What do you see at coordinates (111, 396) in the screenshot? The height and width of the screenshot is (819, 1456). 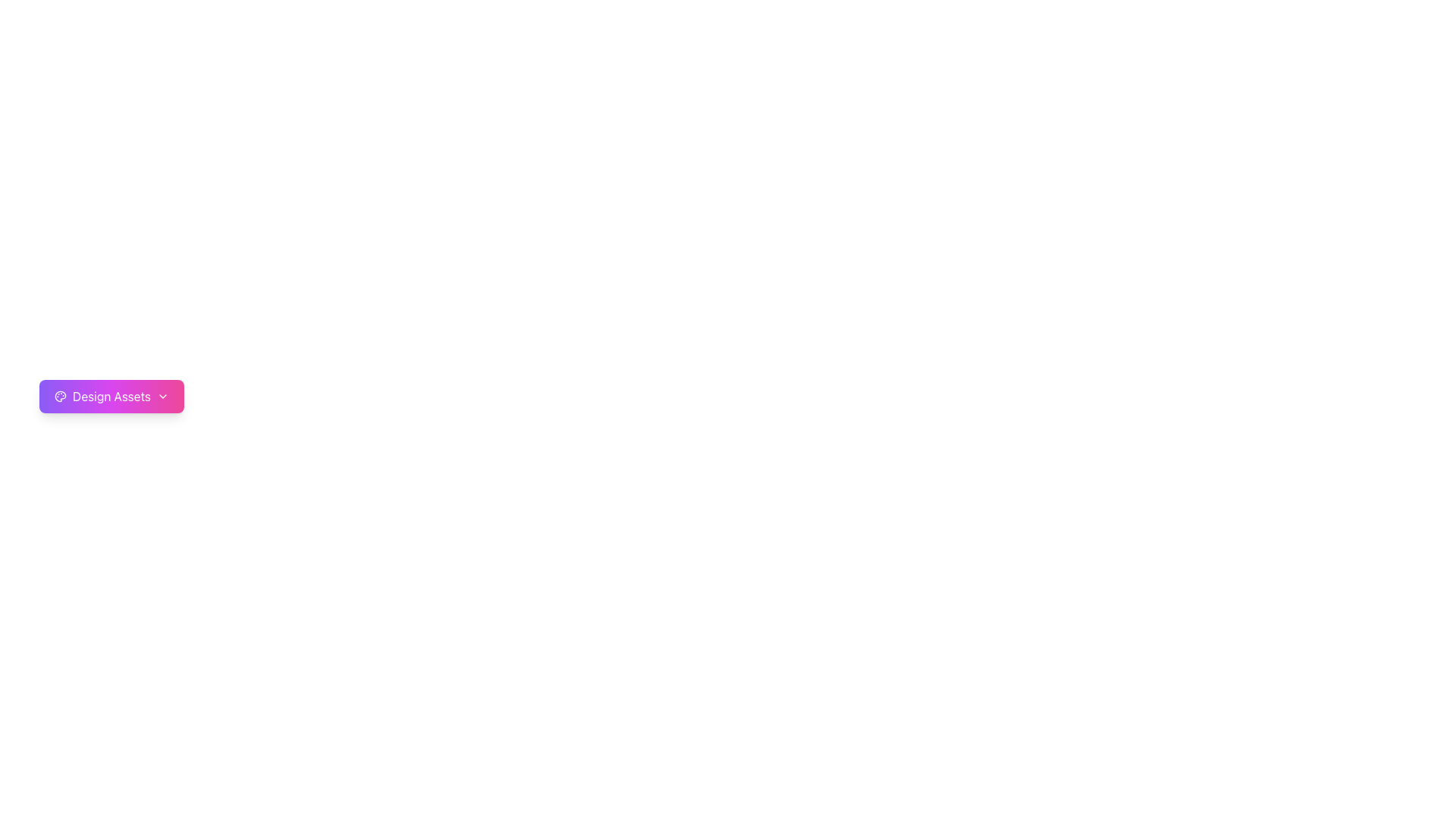 I see `the 'Design Assets' button, which features a gradient from violet to pink, a palette icon on the left, and a downwards-pointing arrow icon on the right` at bounding box center [111, 396].